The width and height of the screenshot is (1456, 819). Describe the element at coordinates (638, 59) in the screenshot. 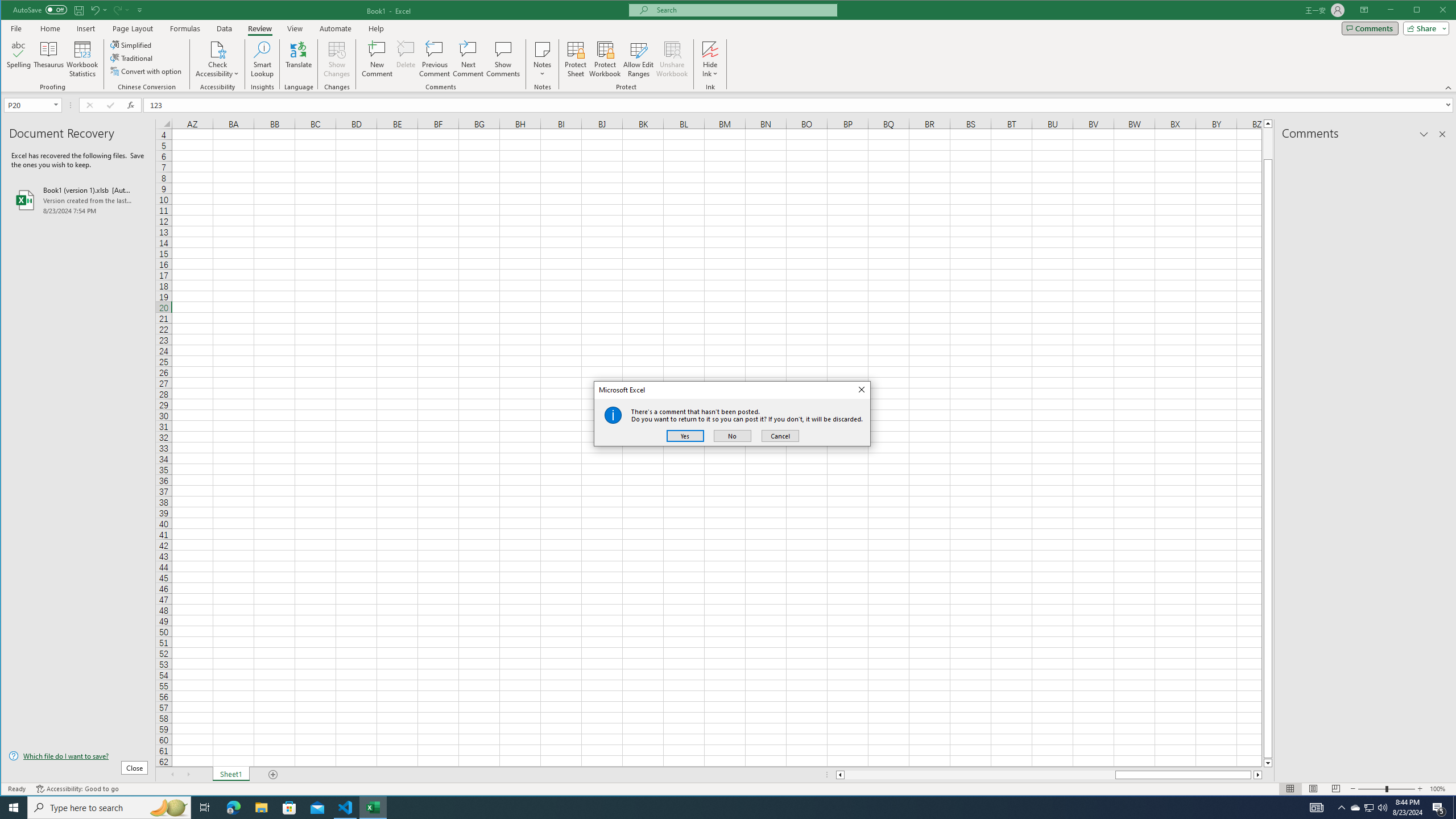

I see `'Allow Edit Ranges'` at that location.